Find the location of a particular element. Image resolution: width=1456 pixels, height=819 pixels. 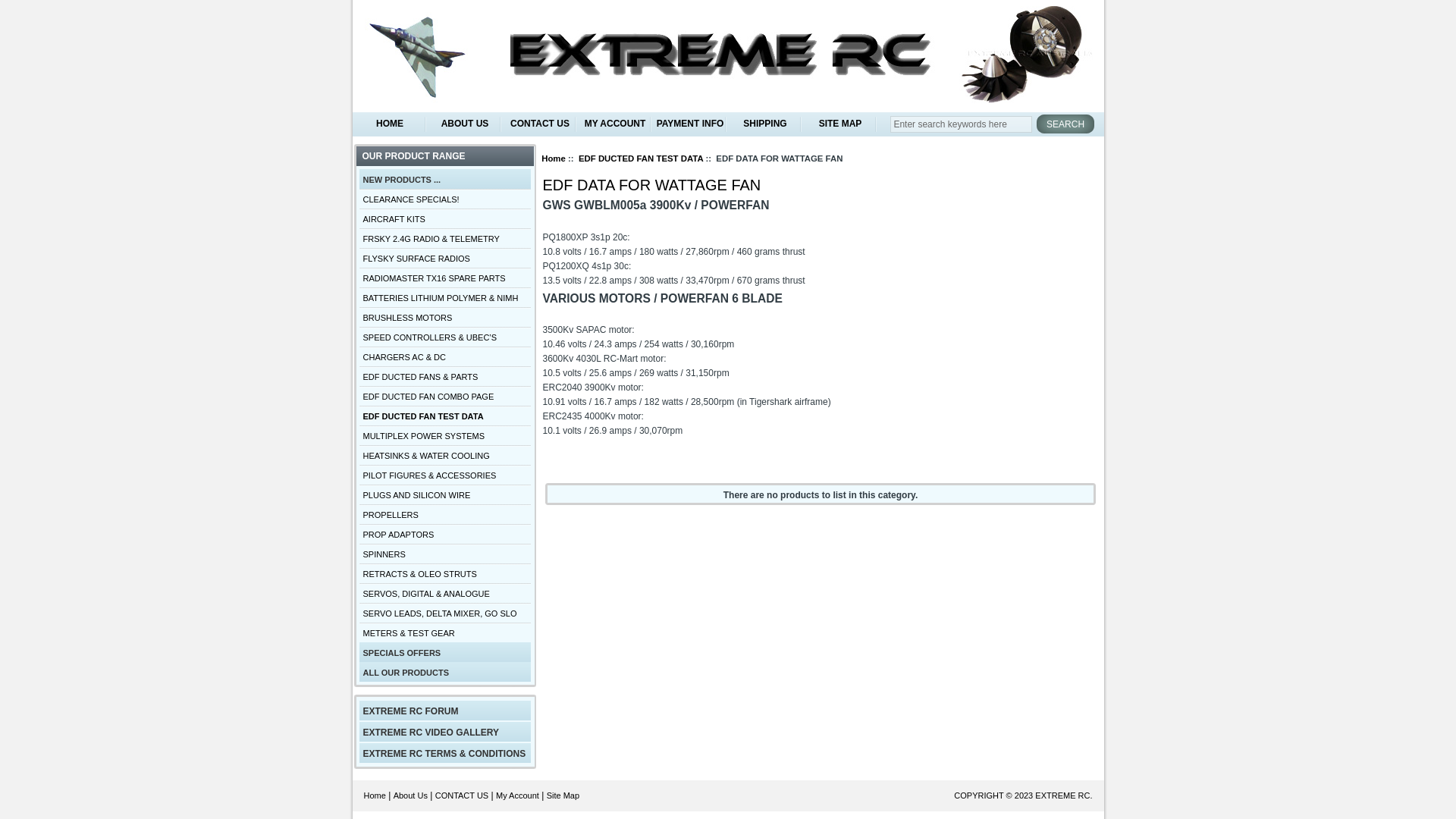

'SERVO LEADS, DELTA MIXER, GO SLO' is located at coordinates (444, 611).